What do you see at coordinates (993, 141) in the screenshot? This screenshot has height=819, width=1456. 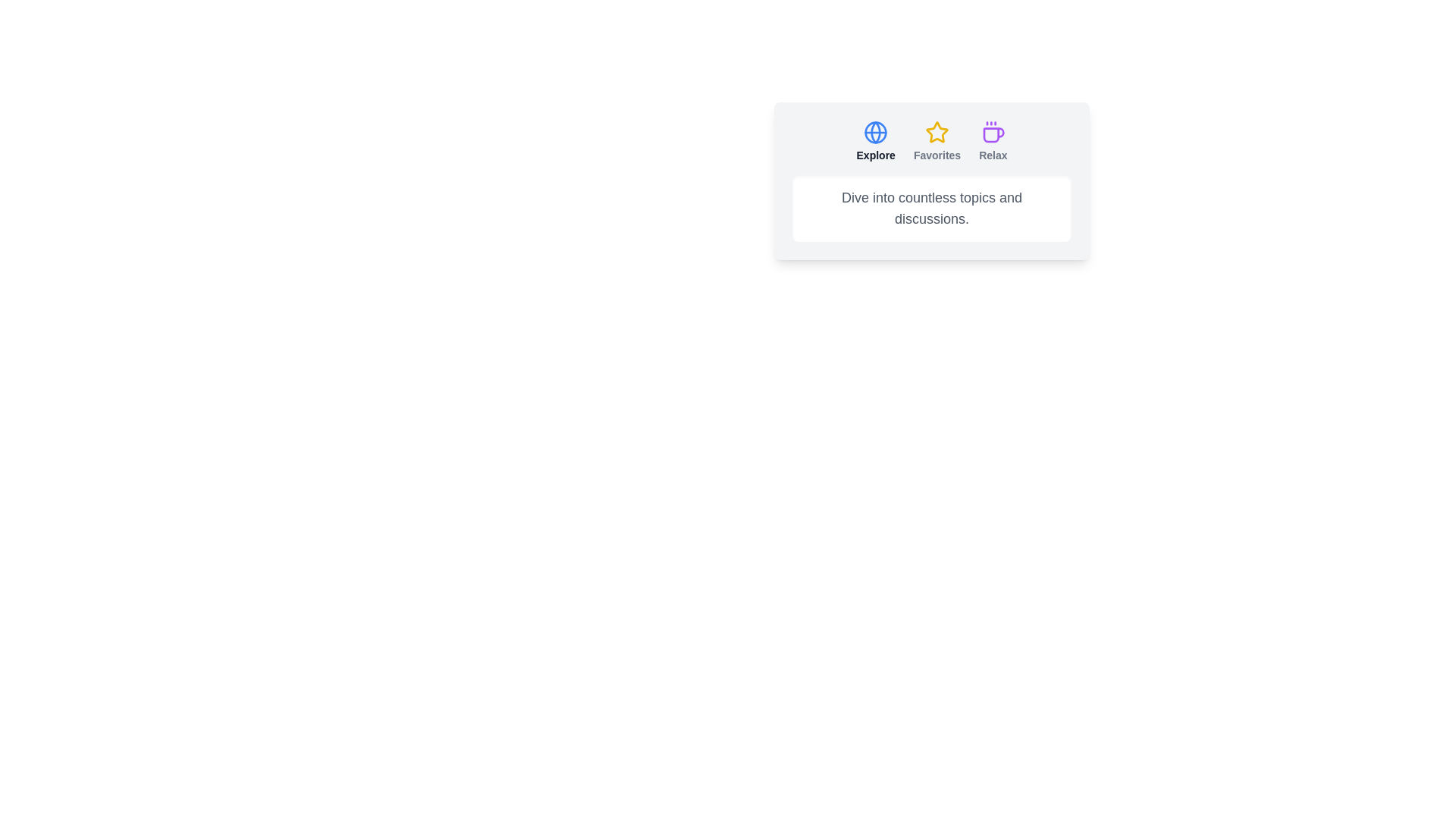 I see `the tab with the title Relax` at bounding box center [993, 141].